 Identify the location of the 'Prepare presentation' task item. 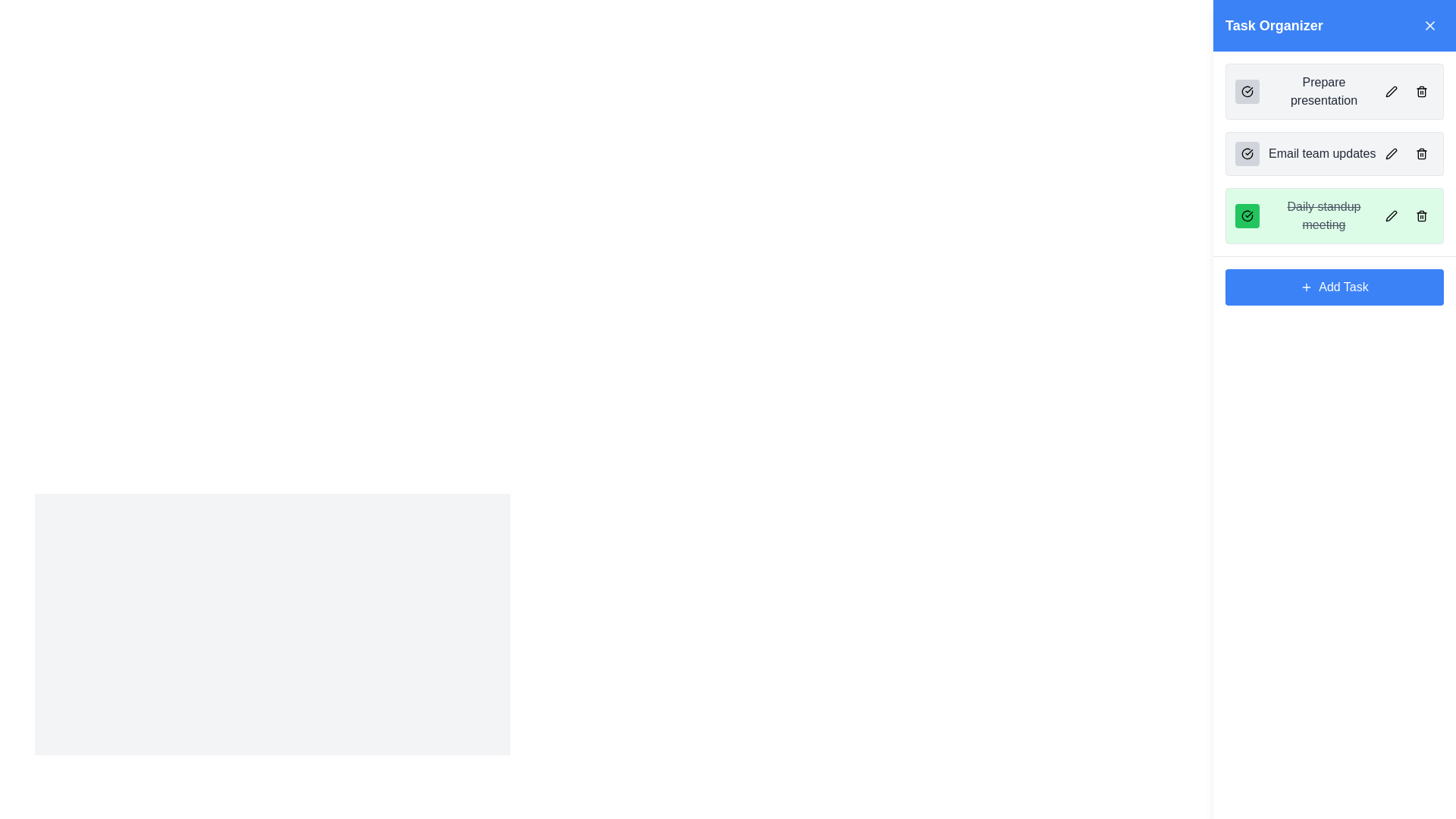
(1306, 91).